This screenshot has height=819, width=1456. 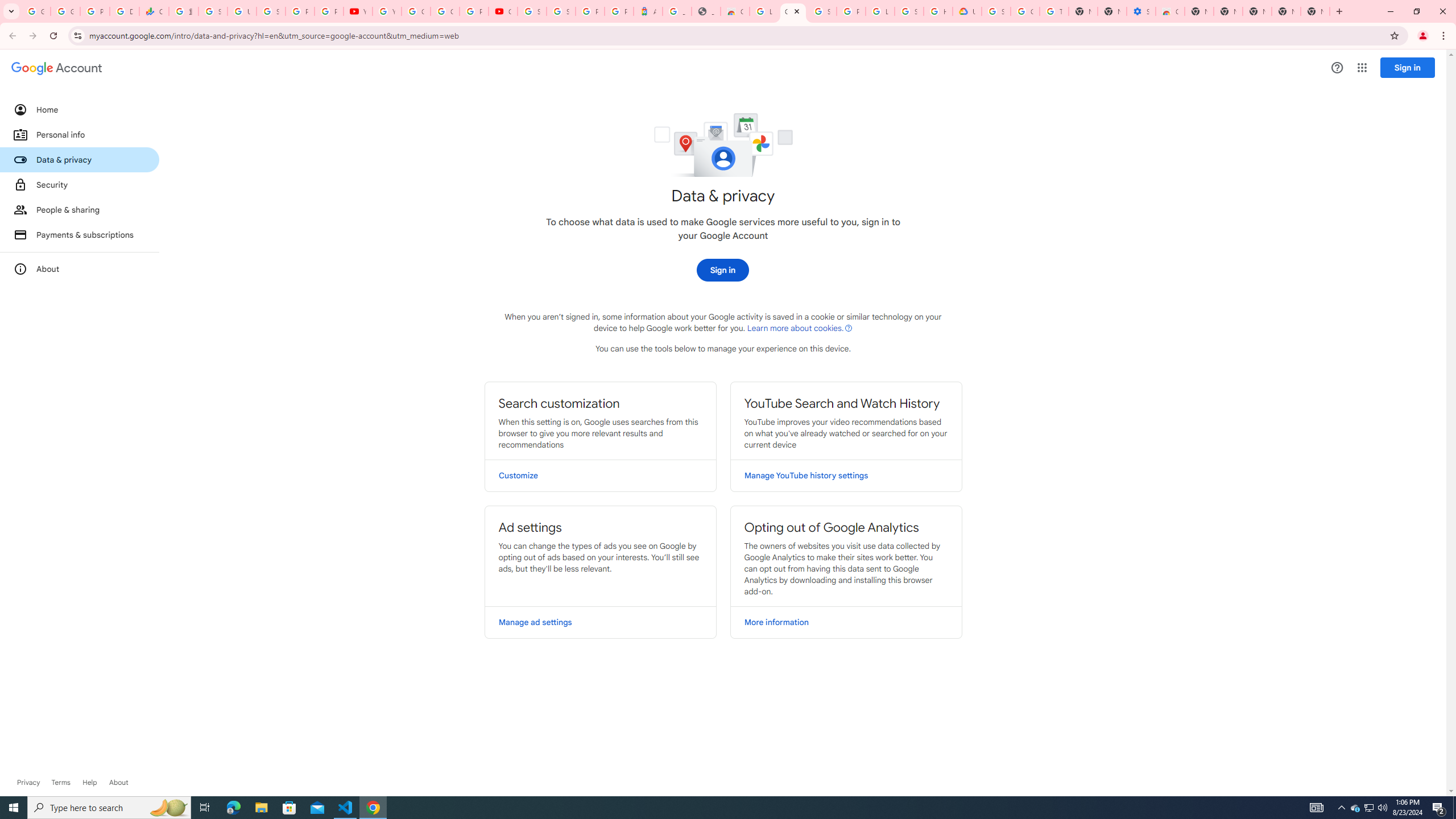 I want to click on 'Manage YouTube history settings', so click(x=846, y=475).